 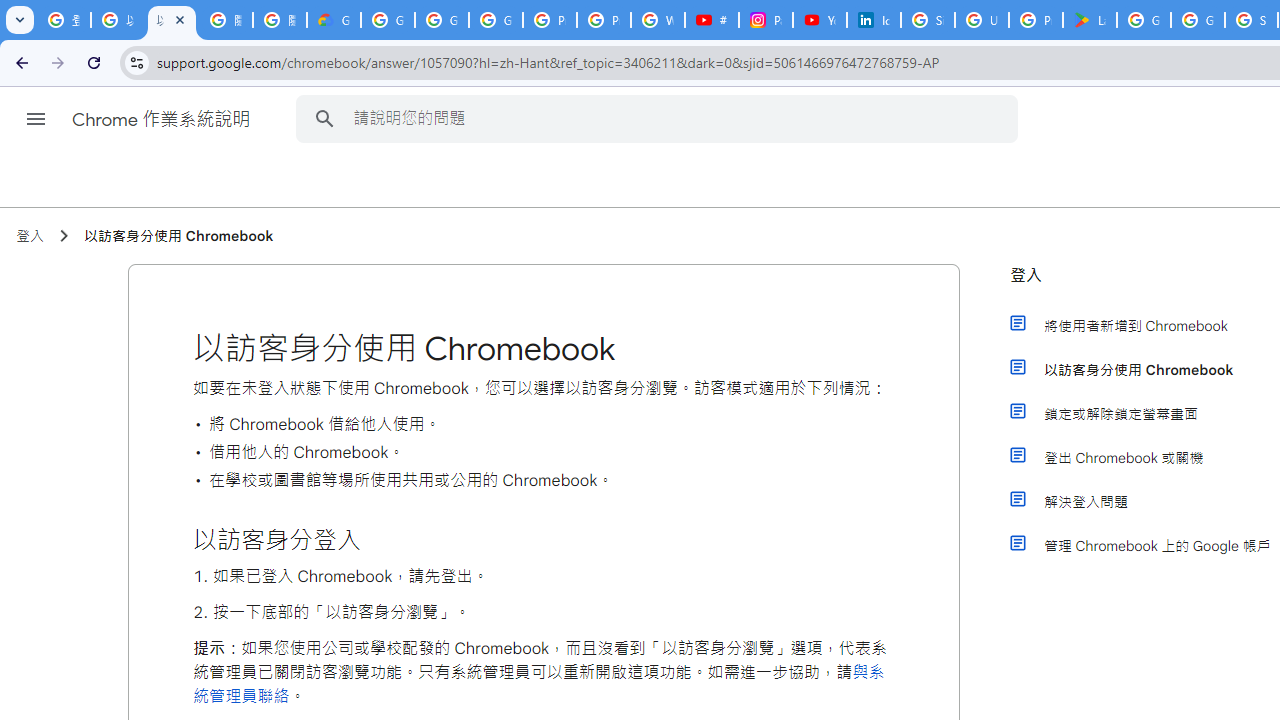 I want to click on 'Last Shelter: Survival - Apps on Google Play', so click(x=1088, y=20).